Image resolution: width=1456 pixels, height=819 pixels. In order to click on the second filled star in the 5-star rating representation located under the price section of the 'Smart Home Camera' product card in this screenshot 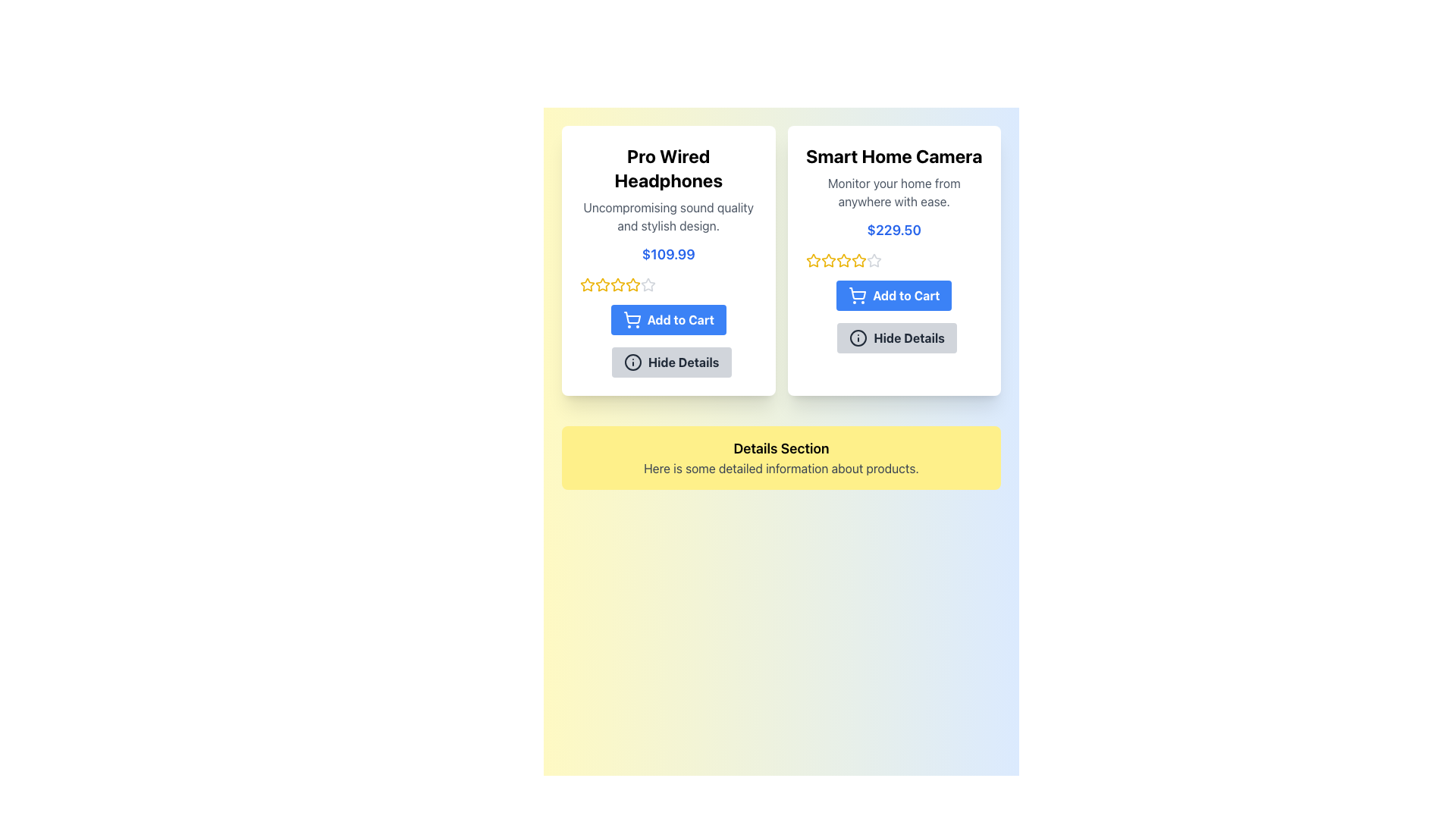, I will do `click(827, 259)`.